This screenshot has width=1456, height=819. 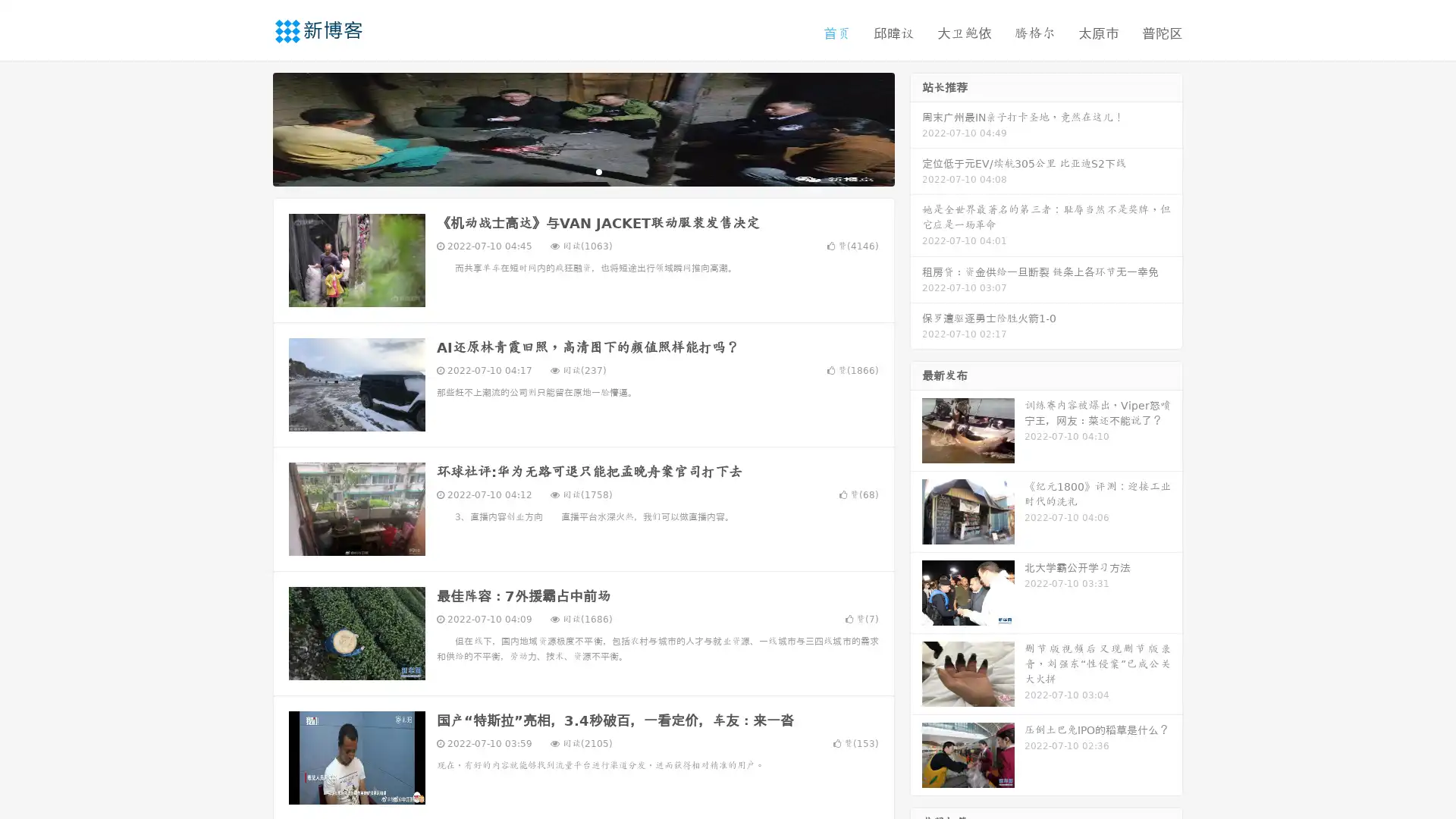 I want to click on Go to slide 2, so click(x=582, y=171).